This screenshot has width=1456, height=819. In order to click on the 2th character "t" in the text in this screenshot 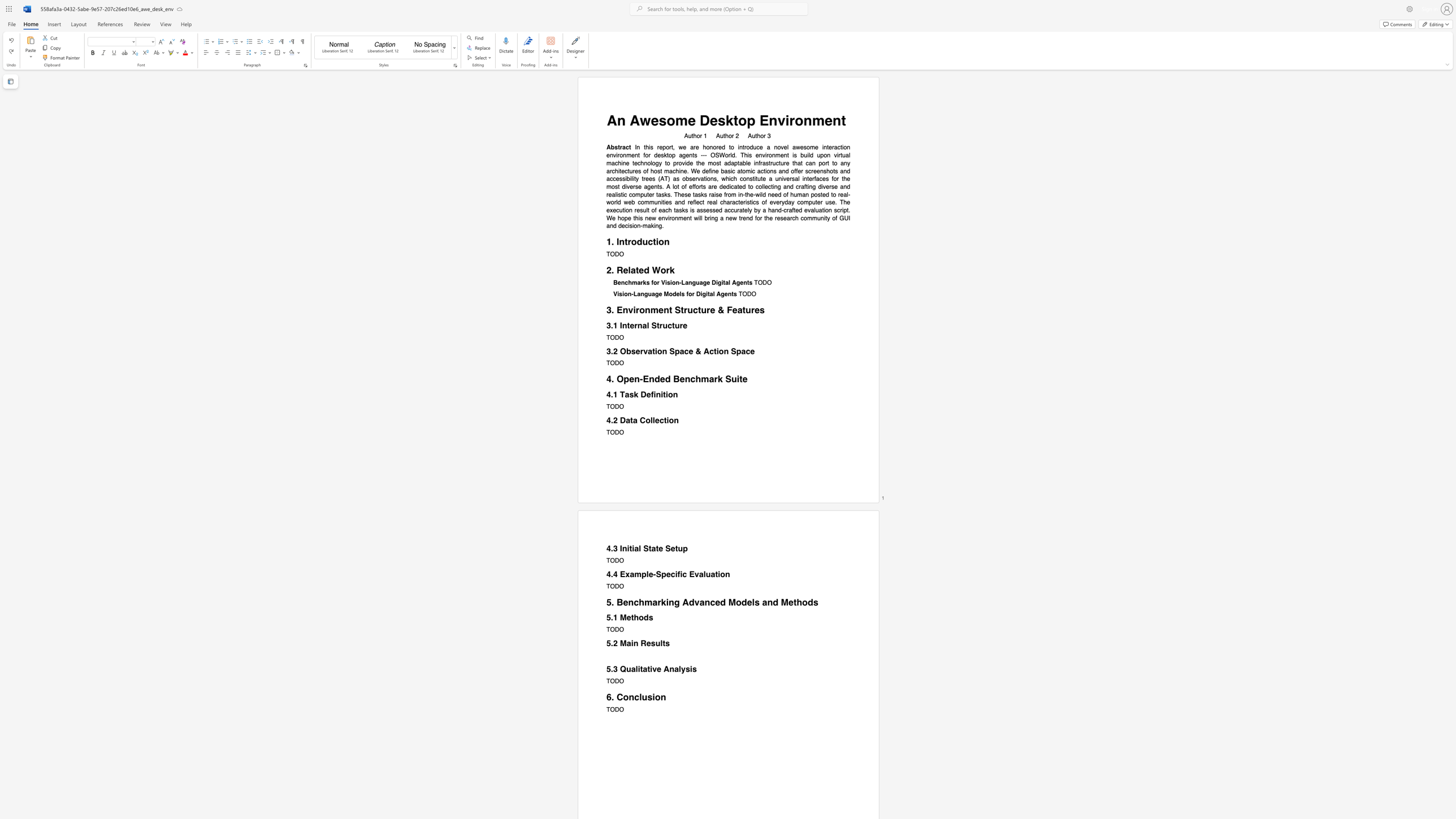, I will do `click(733, 294)`.